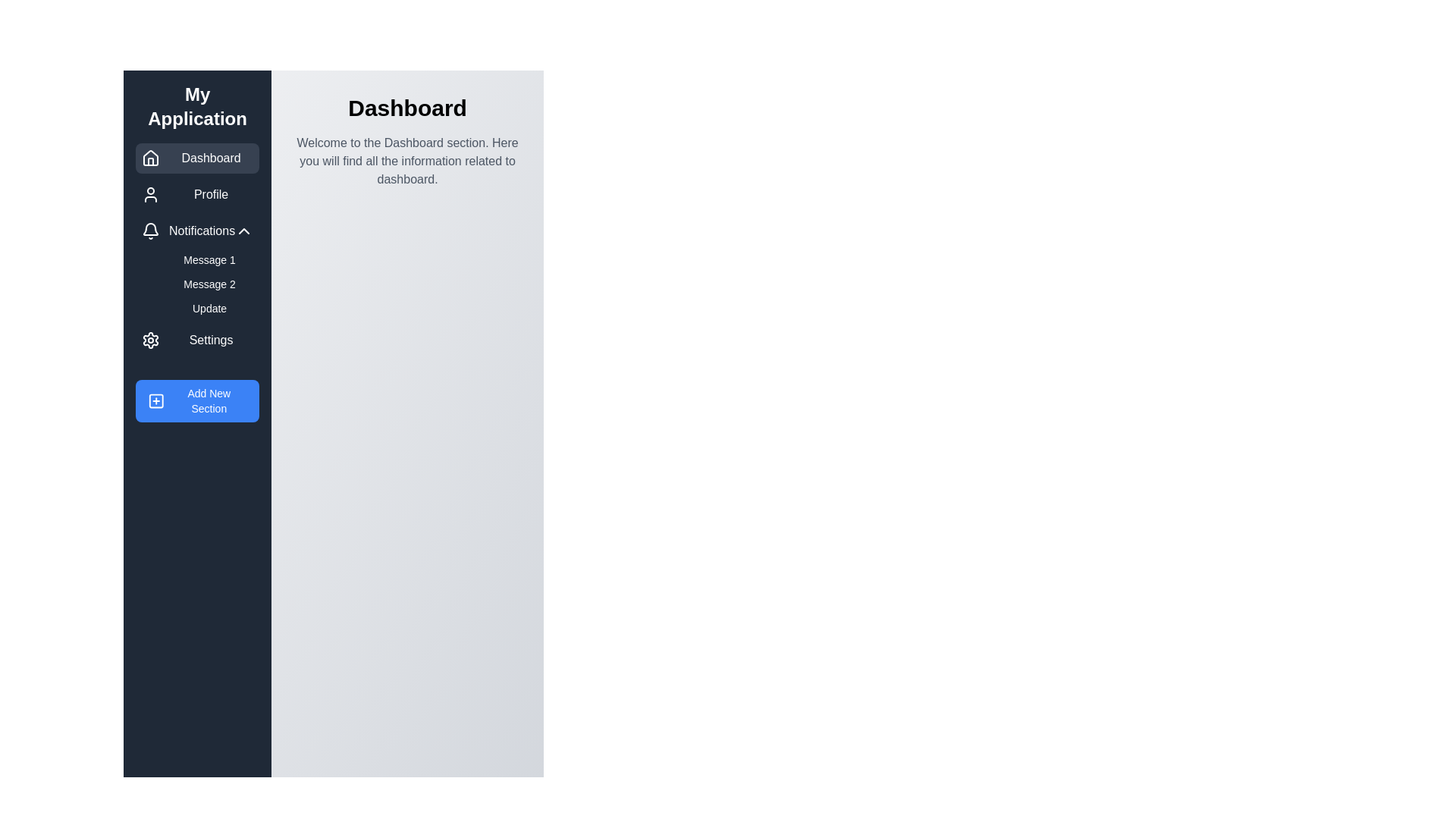 The image size is (1456, 819). Describe the element at coordinates (150, 229) in the screenshot. I see `the bell-shaped icon located in the navigation panel, which is positioned third from the top, directly beneath the 'Profile' icon and above the 'Settings' icon` at that location.